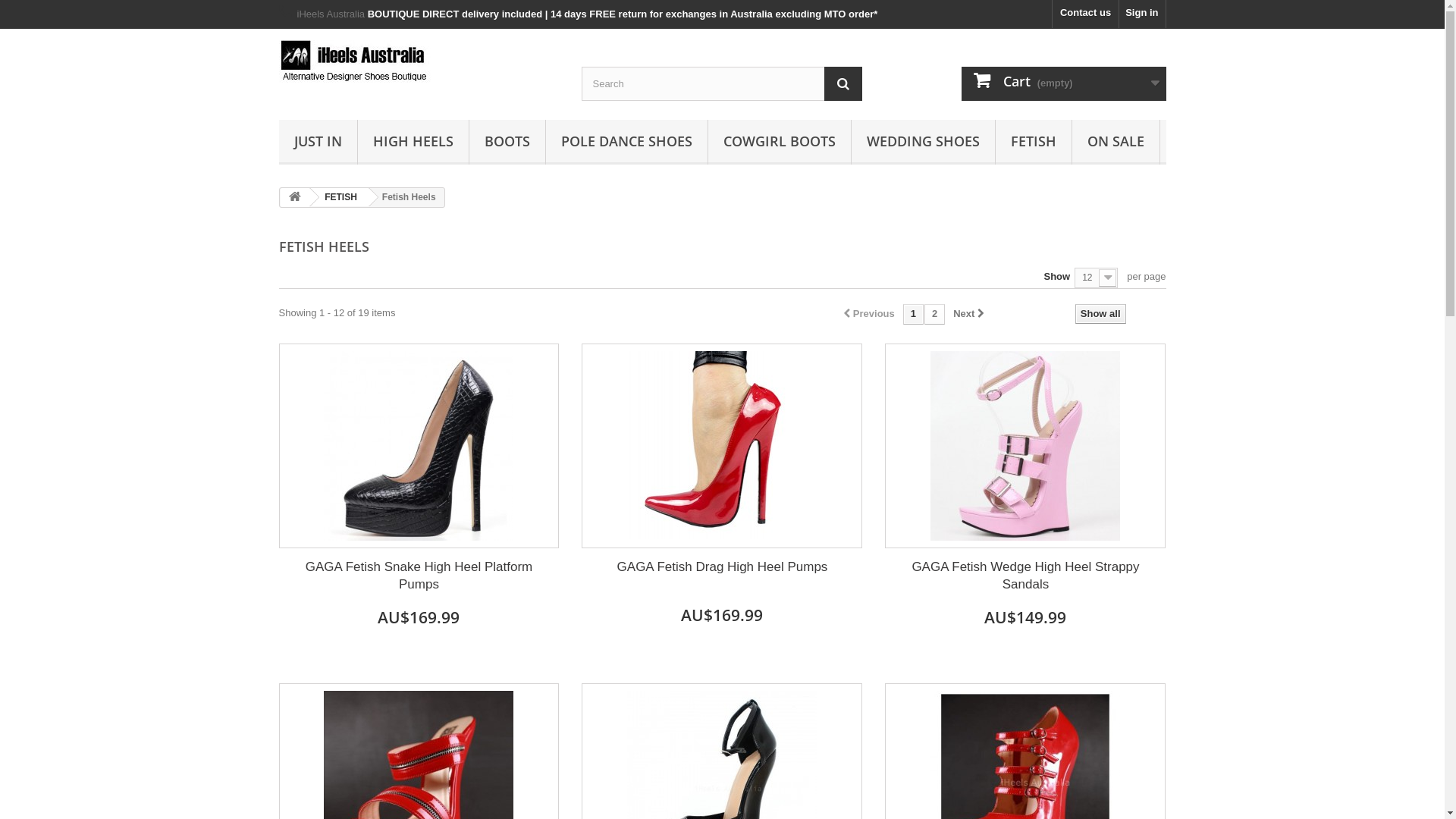 This screenshot has height=819, width=1456. Describe the element at coordinates (419, 576) in the screenshot. I see `'GAGA Fetish Snake High Heel Platform Pumps'` at that location.